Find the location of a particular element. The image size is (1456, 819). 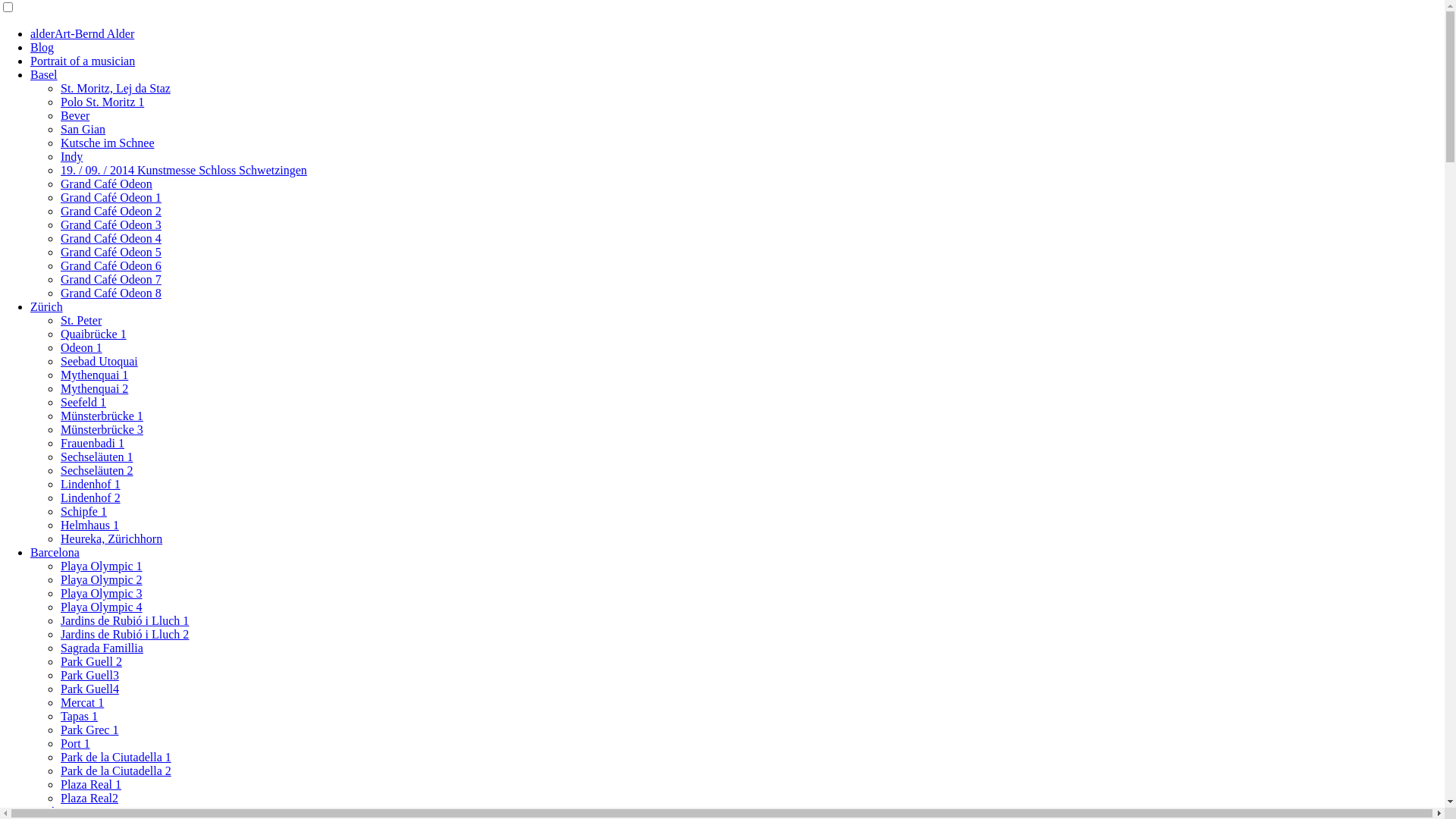

'Blog' is located at coordinates (42, 46).